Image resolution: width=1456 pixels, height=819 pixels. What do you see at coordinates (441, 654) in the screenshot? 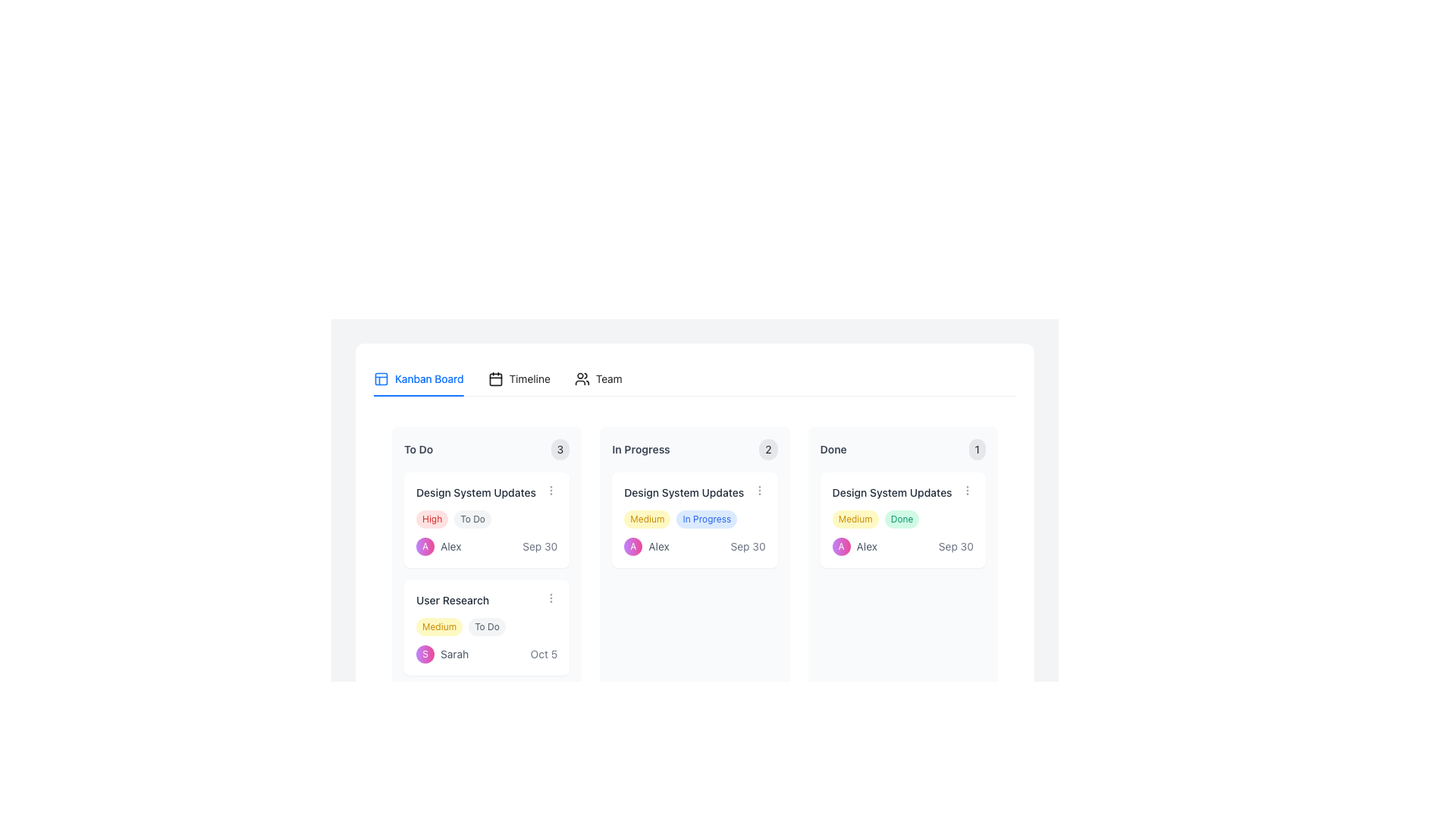
I see `the User identifier that consists of a gradient profile icon with the letter 'S' and the name 'Sarah' in gray, located in the 'To Do' column under the 'User Research' card` at bounding box center [441, 654].